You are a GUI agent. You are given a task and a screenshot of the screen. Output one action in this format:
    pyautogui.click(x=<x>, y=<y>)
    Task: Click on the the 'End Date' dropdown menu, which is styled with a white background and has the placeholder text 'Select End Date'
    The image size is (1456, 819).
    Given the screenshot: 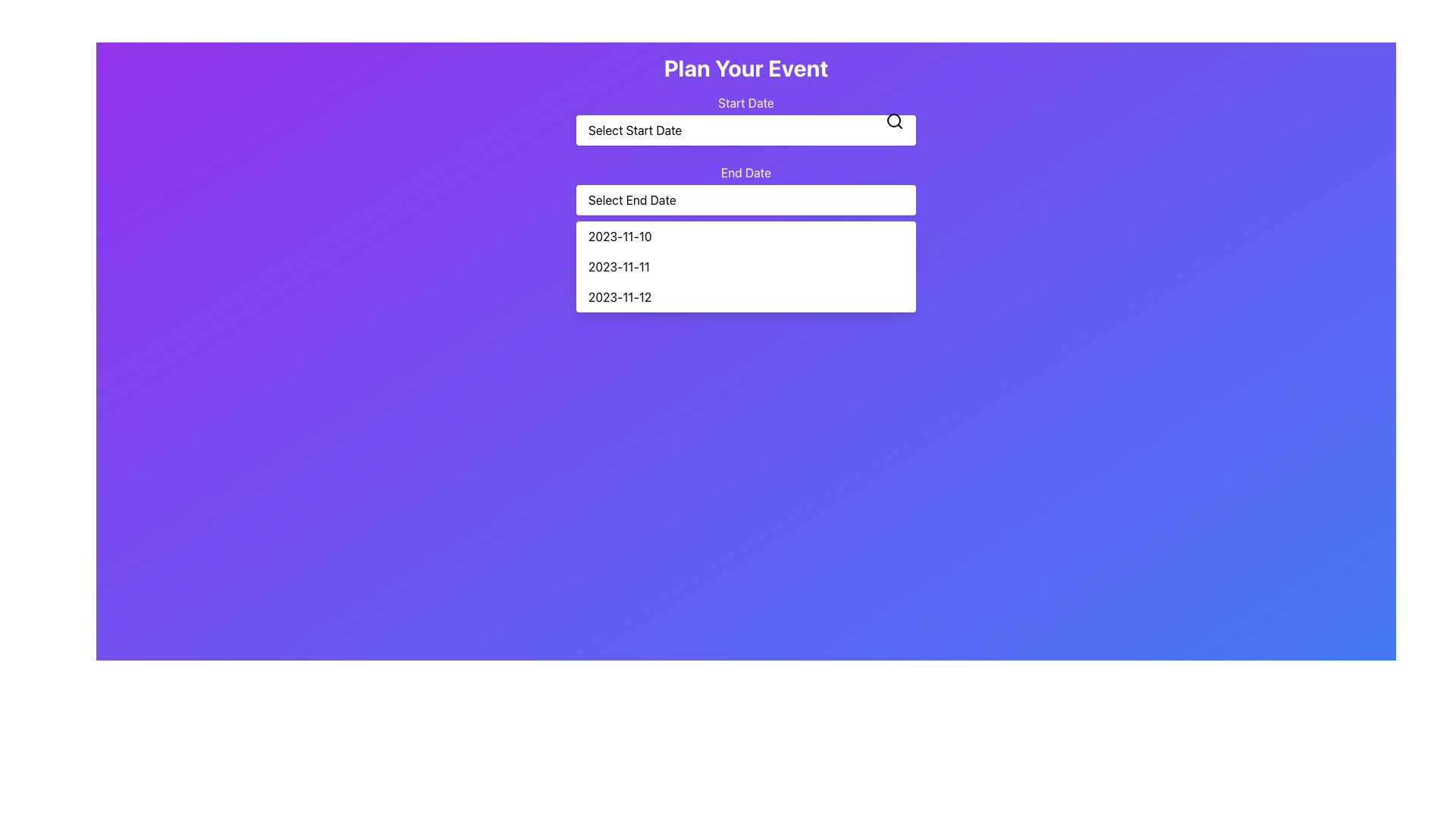 What is the action you would take?
    pyautogui.click(x=745, y=189)
    